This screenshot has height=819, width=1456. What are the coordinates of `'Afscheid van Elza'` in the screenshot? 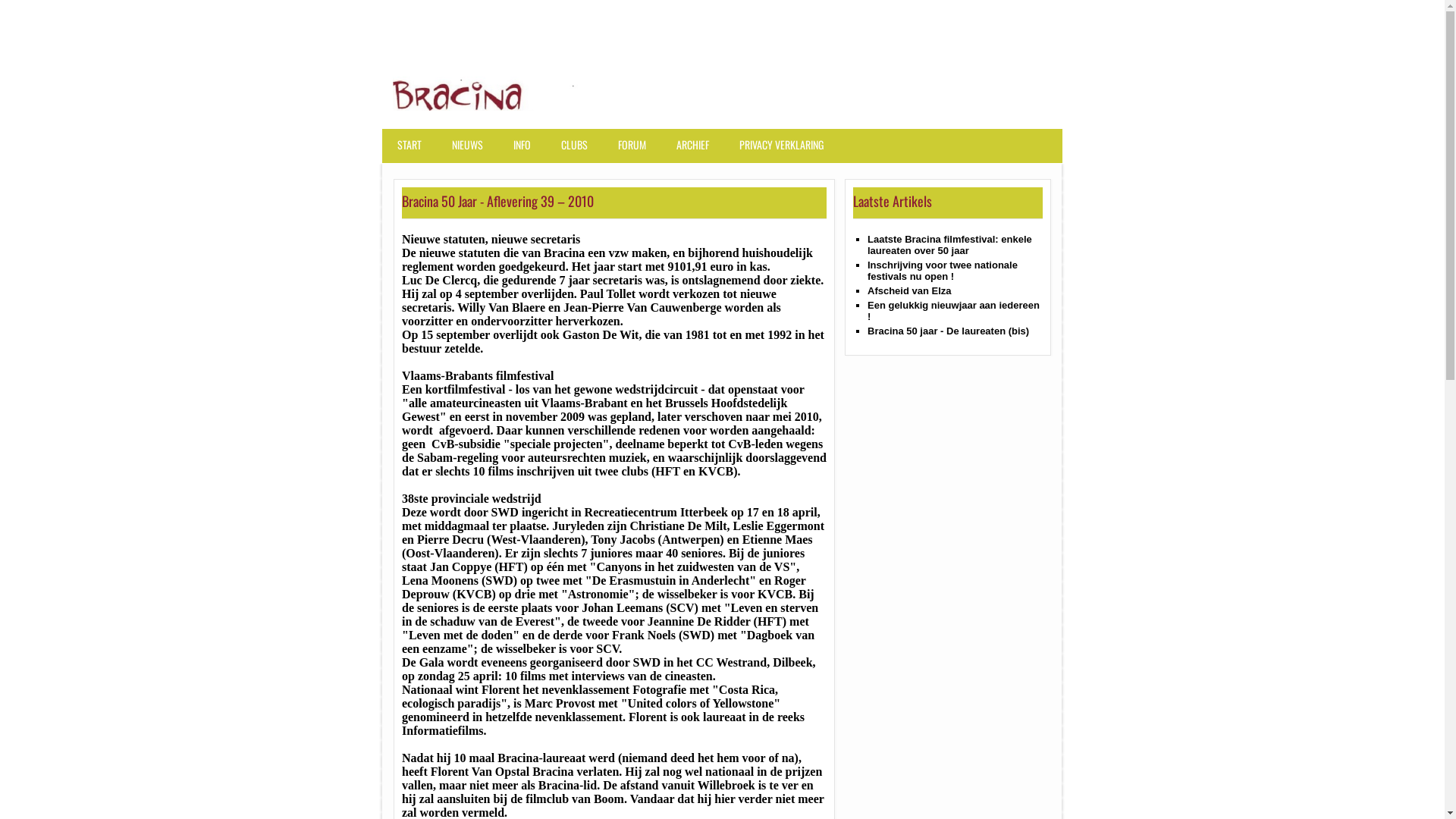 It's located at (909, 290).